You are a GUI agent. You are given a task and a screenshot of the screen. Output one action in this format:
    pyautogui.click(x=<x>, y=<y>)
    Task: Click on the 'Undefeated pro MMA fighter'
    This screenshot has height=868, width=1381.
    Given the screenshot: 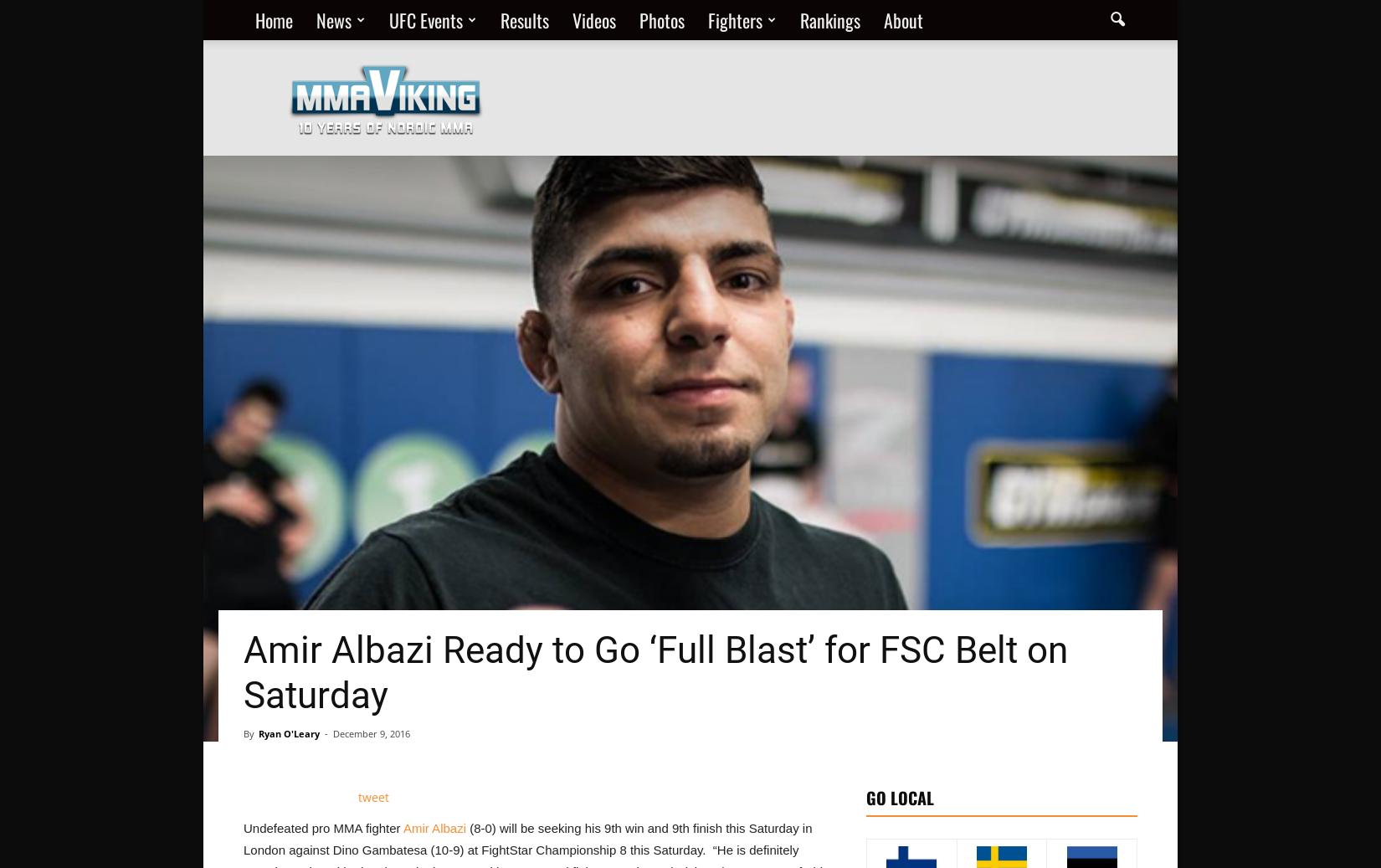 What is the action you would take?
    pyautogui.click(x=322, y=828)
    